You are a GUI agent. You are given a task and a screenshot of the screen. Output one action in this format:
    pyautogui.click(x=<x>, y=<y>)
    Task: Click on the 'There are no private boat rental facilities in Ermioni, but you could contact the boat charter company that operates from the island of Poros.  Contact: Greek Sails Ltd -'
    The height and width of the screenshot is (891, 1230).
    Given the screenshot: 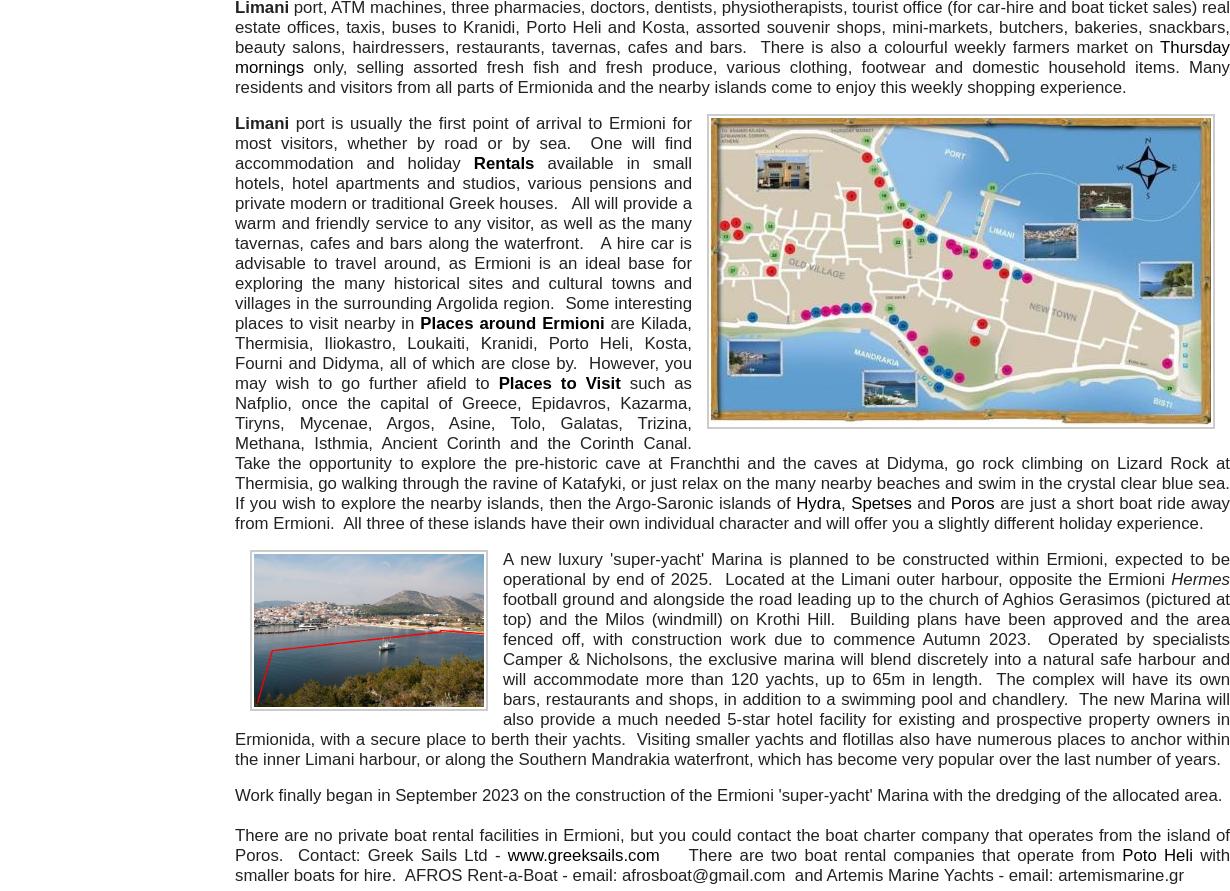 What is the action you would take?
    pyautogui.click(x=732, y=844)
    